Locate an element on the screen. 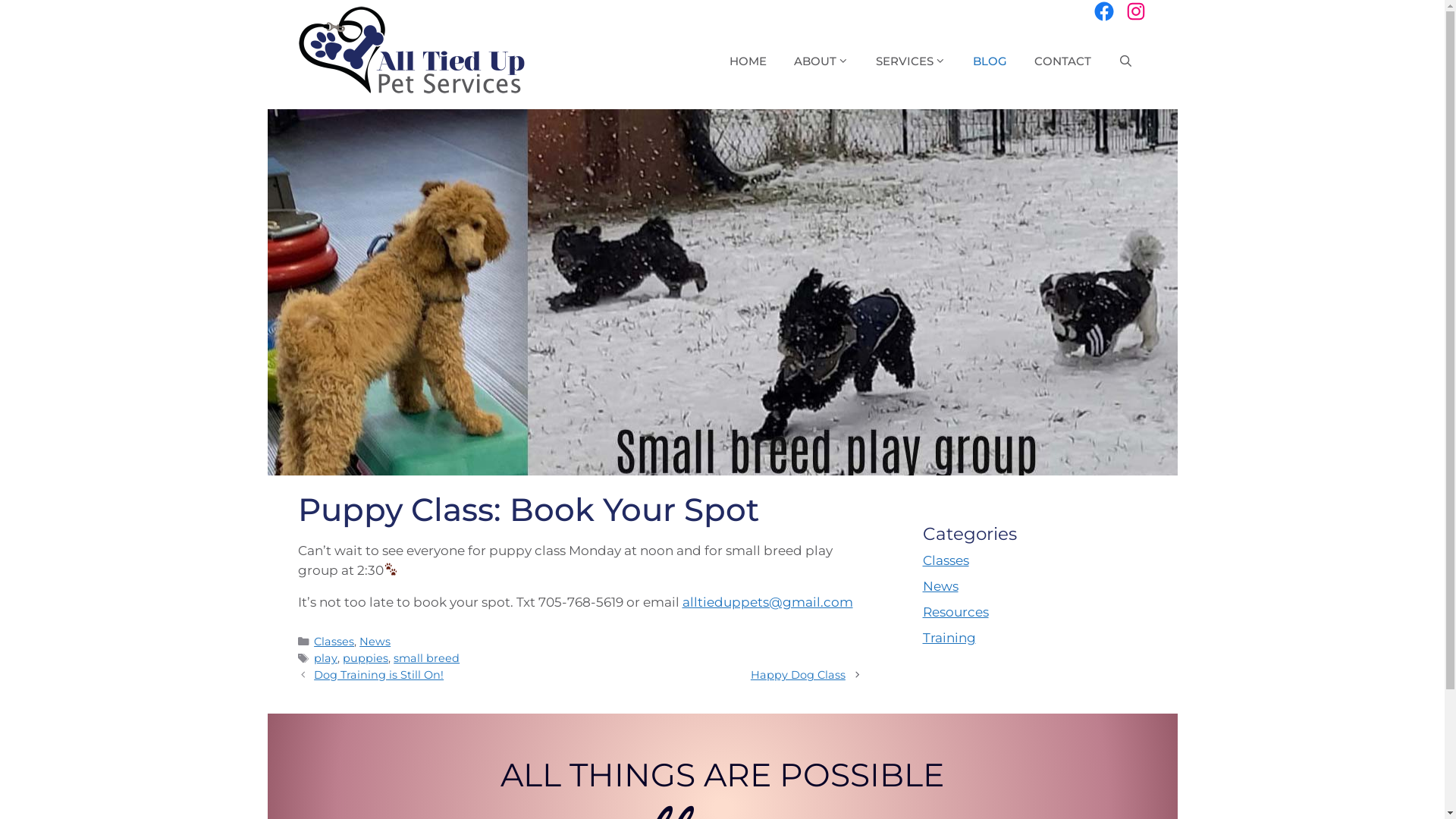 This screenshot has height=819, width=1456. 'CONTACT' is located at coordinates (1062, 61).